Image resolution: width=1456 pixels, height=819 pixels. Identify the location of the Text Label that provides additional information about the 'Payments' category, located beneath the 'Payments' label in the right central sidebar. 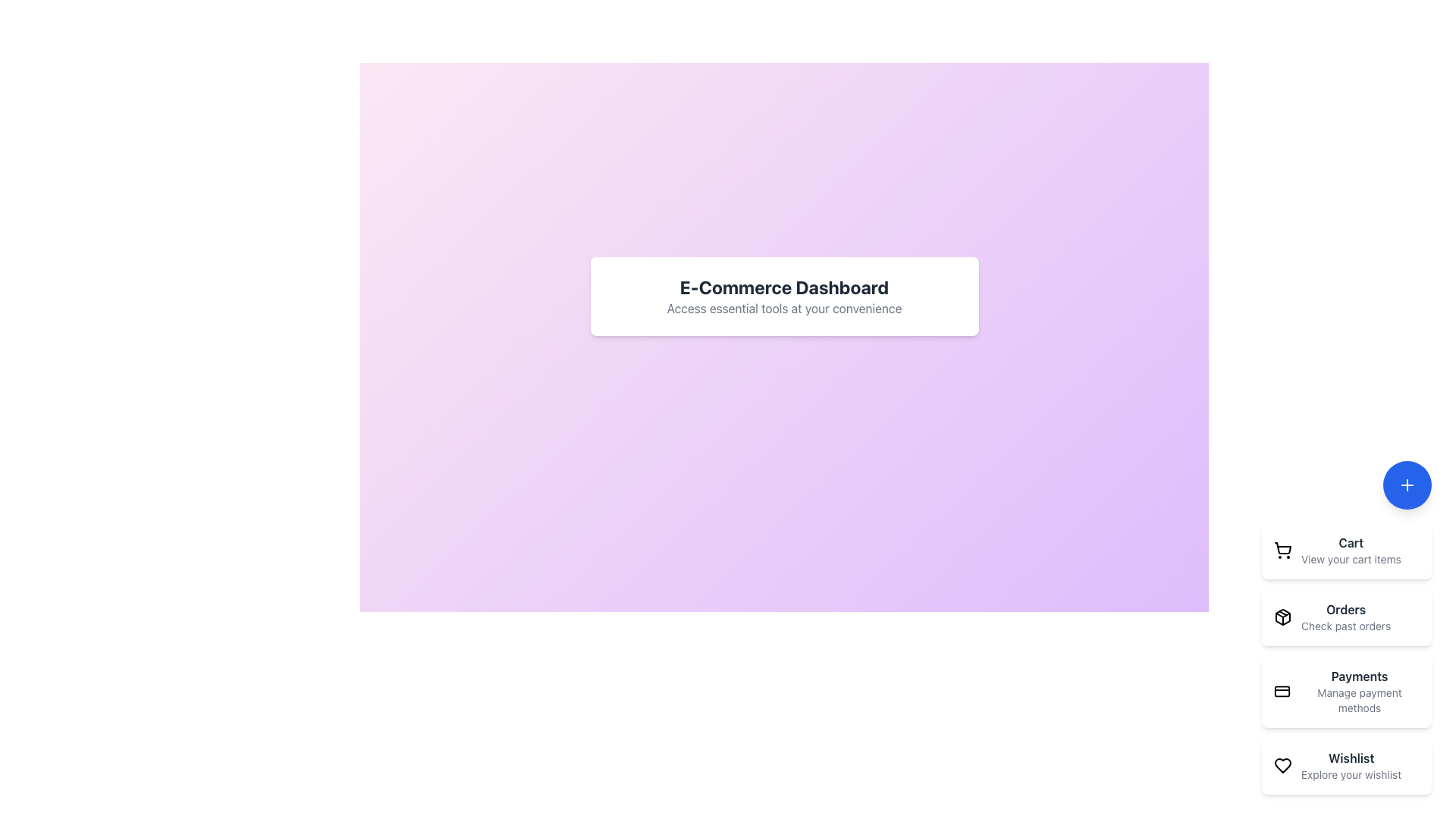
(1360, 701).